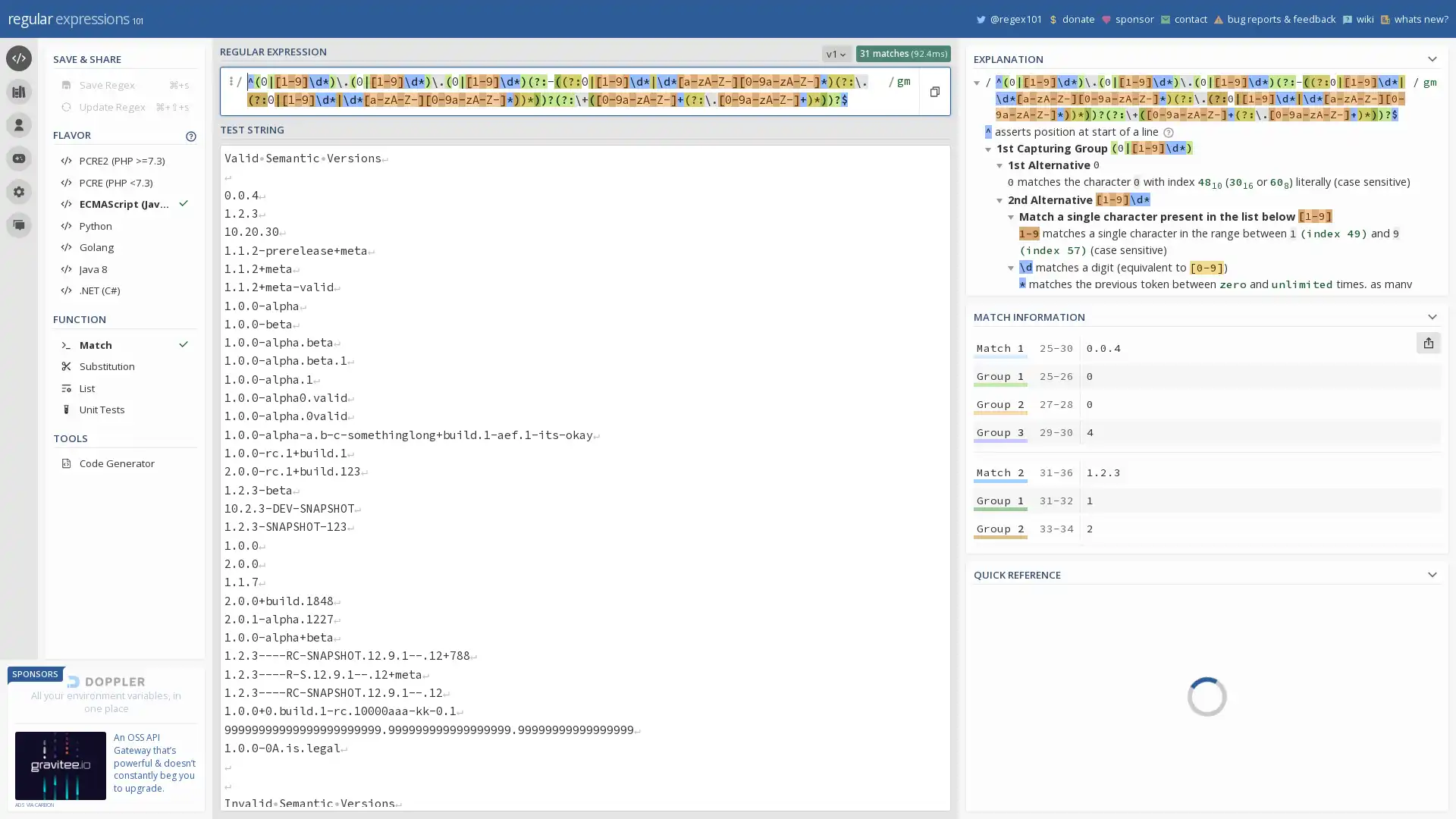  What do you see at coordinates (1282, 622) in the screenshot?
I see `A character except: a, b or c [^abc]` at bounding box center [1282, 622].